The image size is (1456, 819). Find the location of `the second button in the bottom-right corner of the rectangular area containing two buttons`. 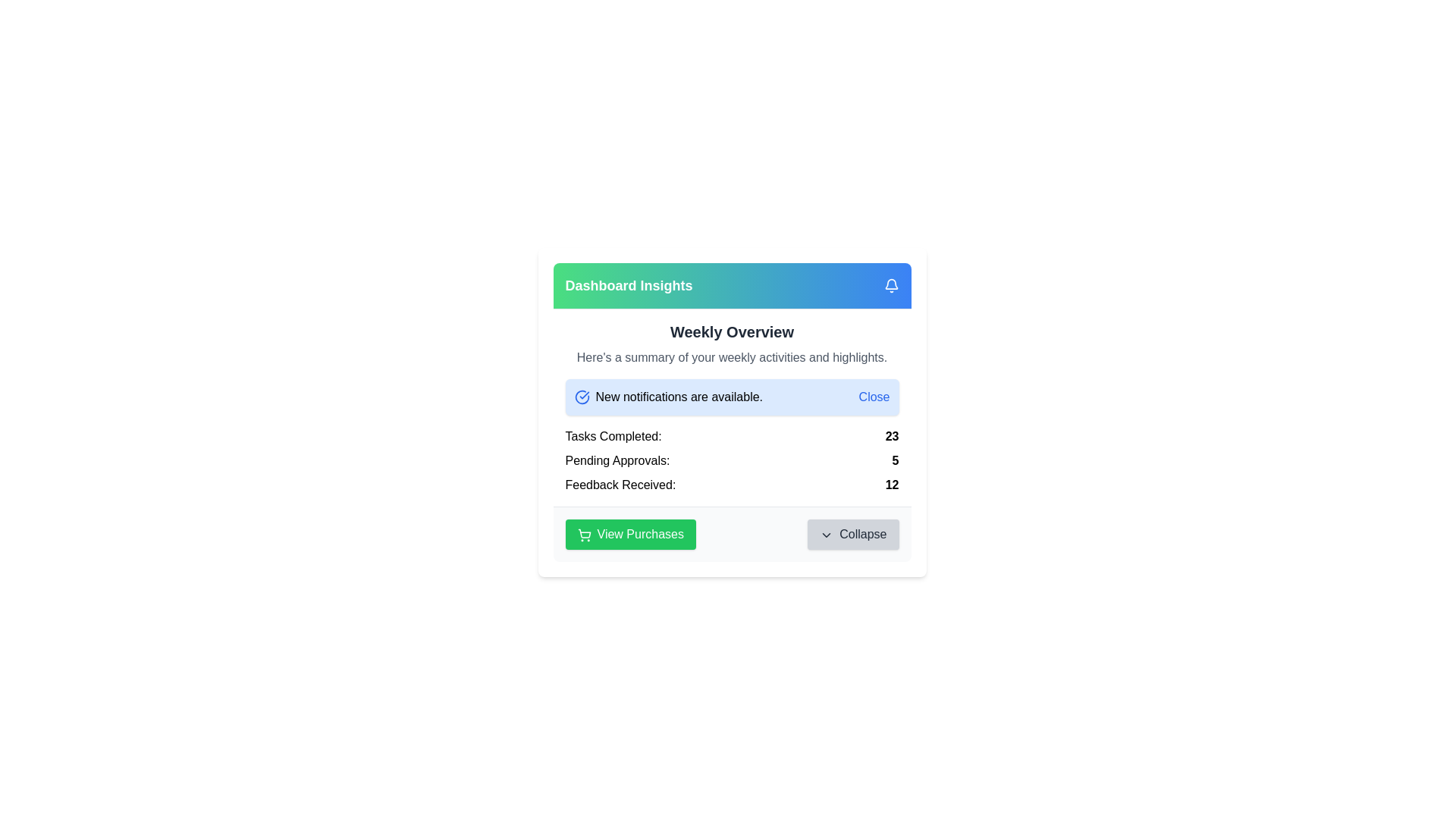

the second button in the bottom-right corner of the rectangular area containing two buttons is located at coordinates (852, 534).